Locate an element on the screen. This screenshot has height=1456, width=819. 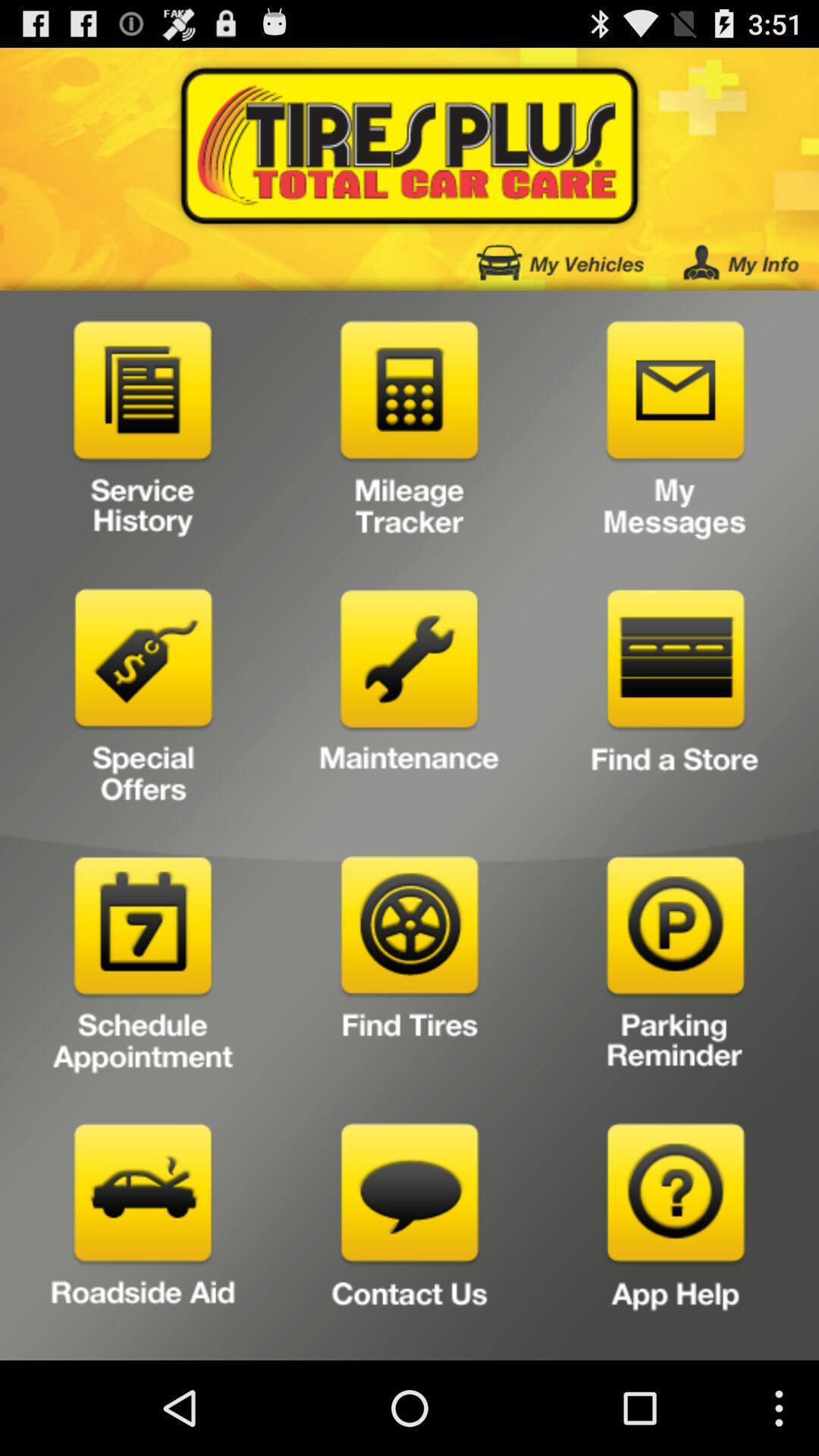
find a tires plus store is located at coordinates (675, 701).